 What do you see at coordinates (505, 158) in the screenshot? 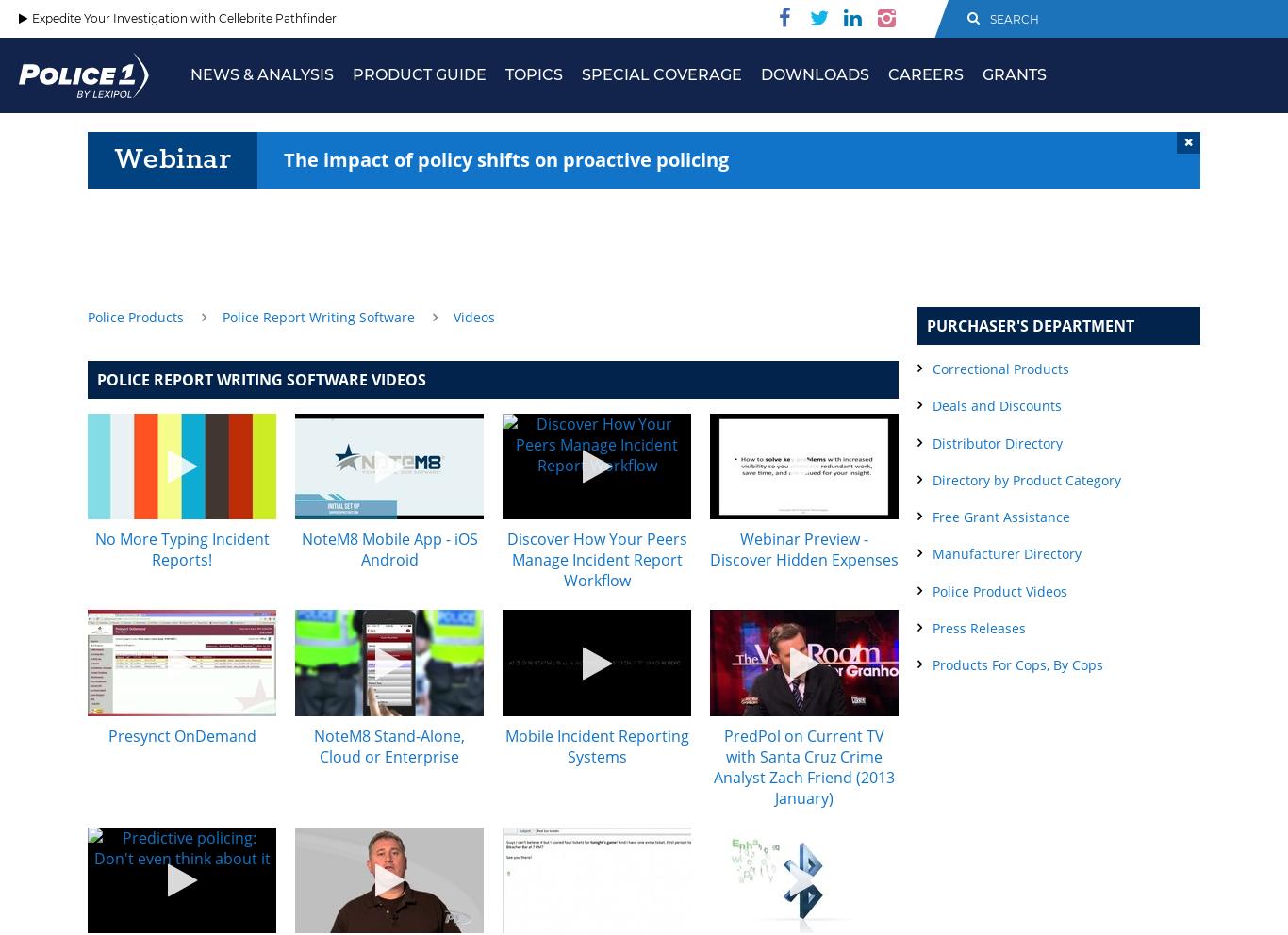
I see `'The impact of policy shifts on proactive policing'` at bounding box center [505, 158].